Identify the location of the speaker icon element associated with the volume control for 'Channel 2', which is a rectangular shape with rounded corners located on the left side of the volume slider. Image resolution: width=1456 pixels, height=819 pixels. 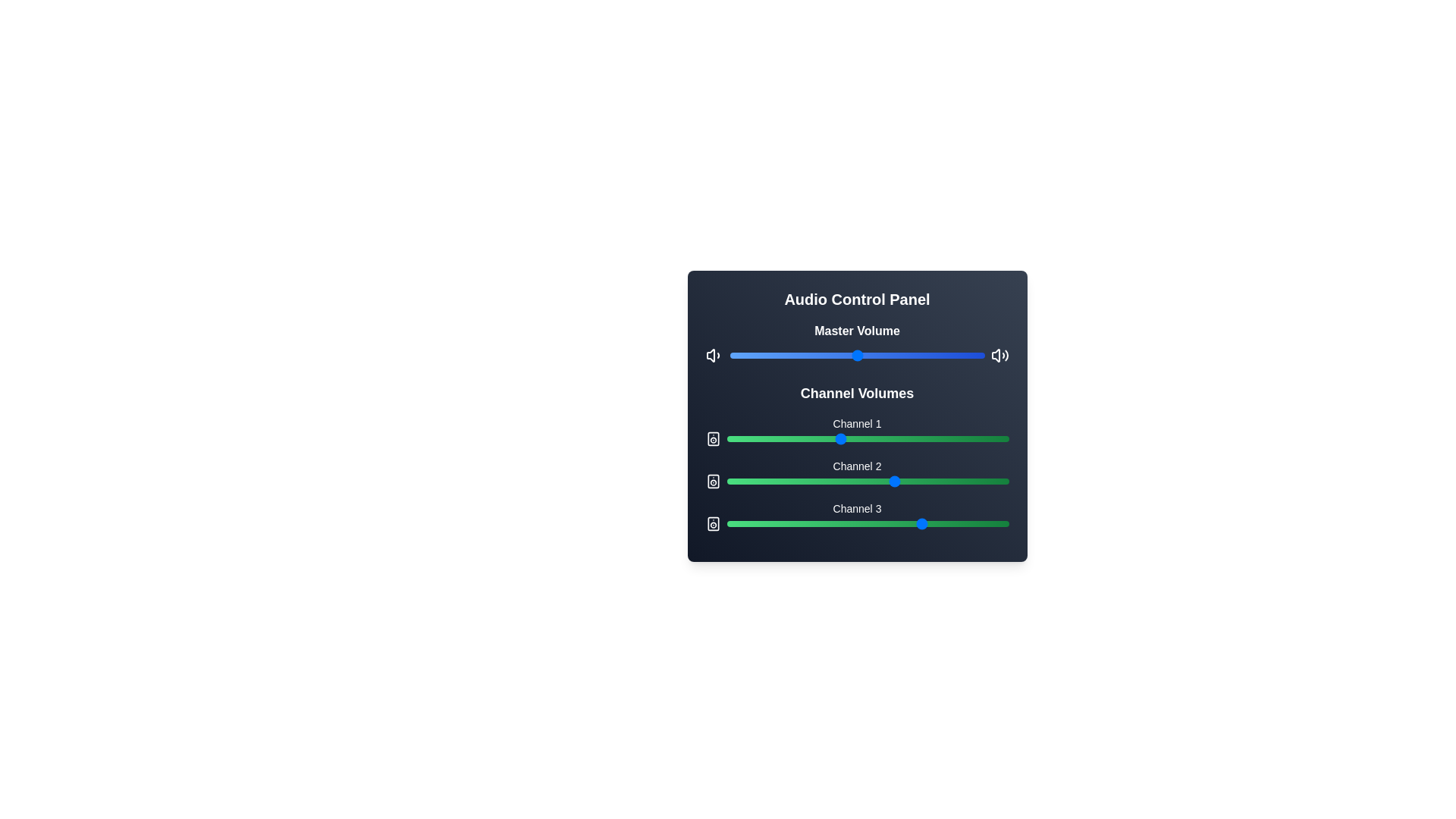
(712, 482).